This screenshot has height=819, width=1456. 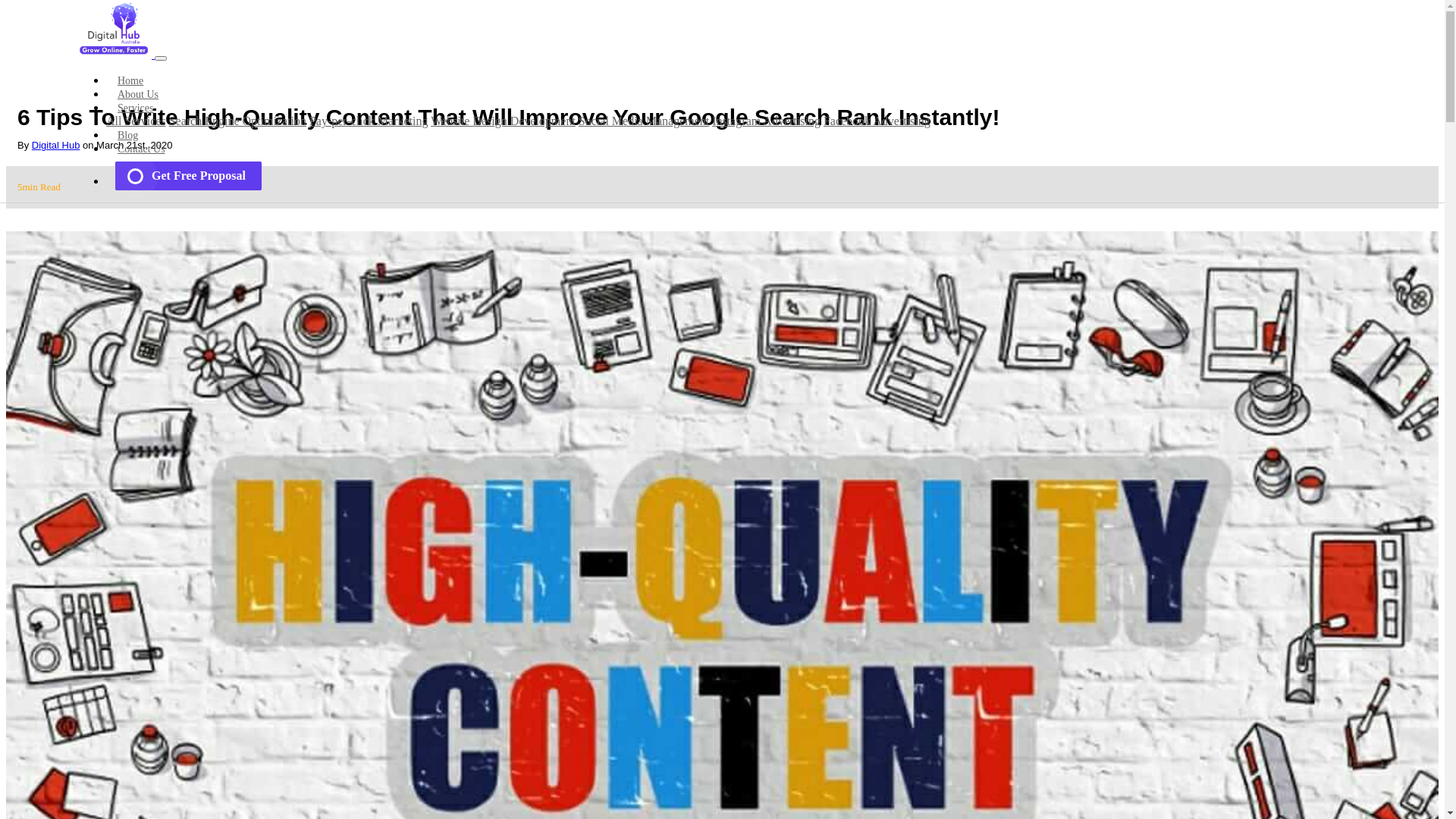 What do you see at coordinates (55, 145) in the screenshot?
I see `'Digital Hub'` at bounding box center [55, 145].